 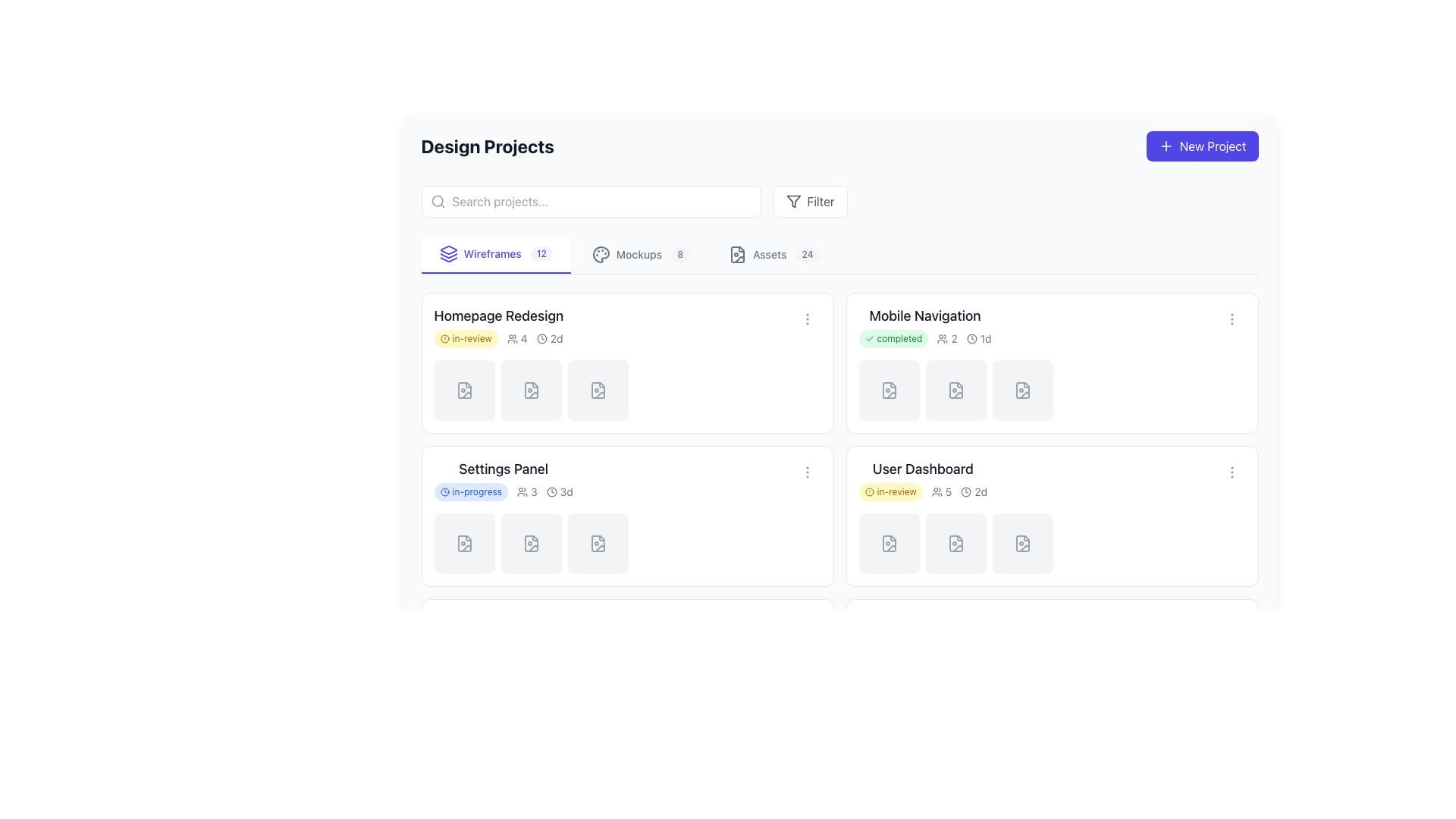 I want to click on the vertical ellipsis icon located in the top-right corner of the 'Homepage Redesign' card, so click(x=806, y=318).